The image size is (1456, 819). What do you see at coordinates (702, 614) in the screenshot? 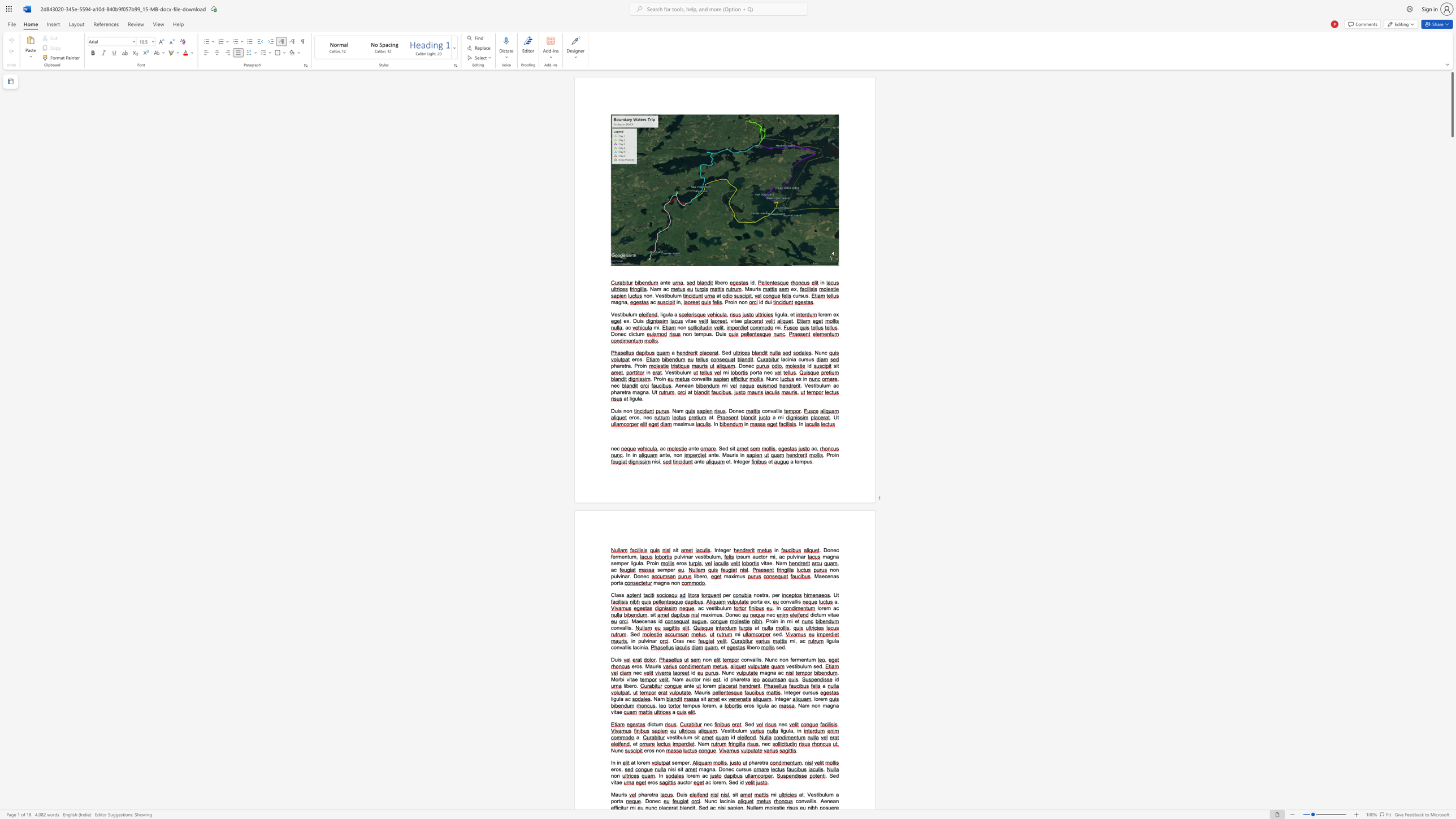
I see `the 1th character "m" in the text` at bounding box center [702, 614].